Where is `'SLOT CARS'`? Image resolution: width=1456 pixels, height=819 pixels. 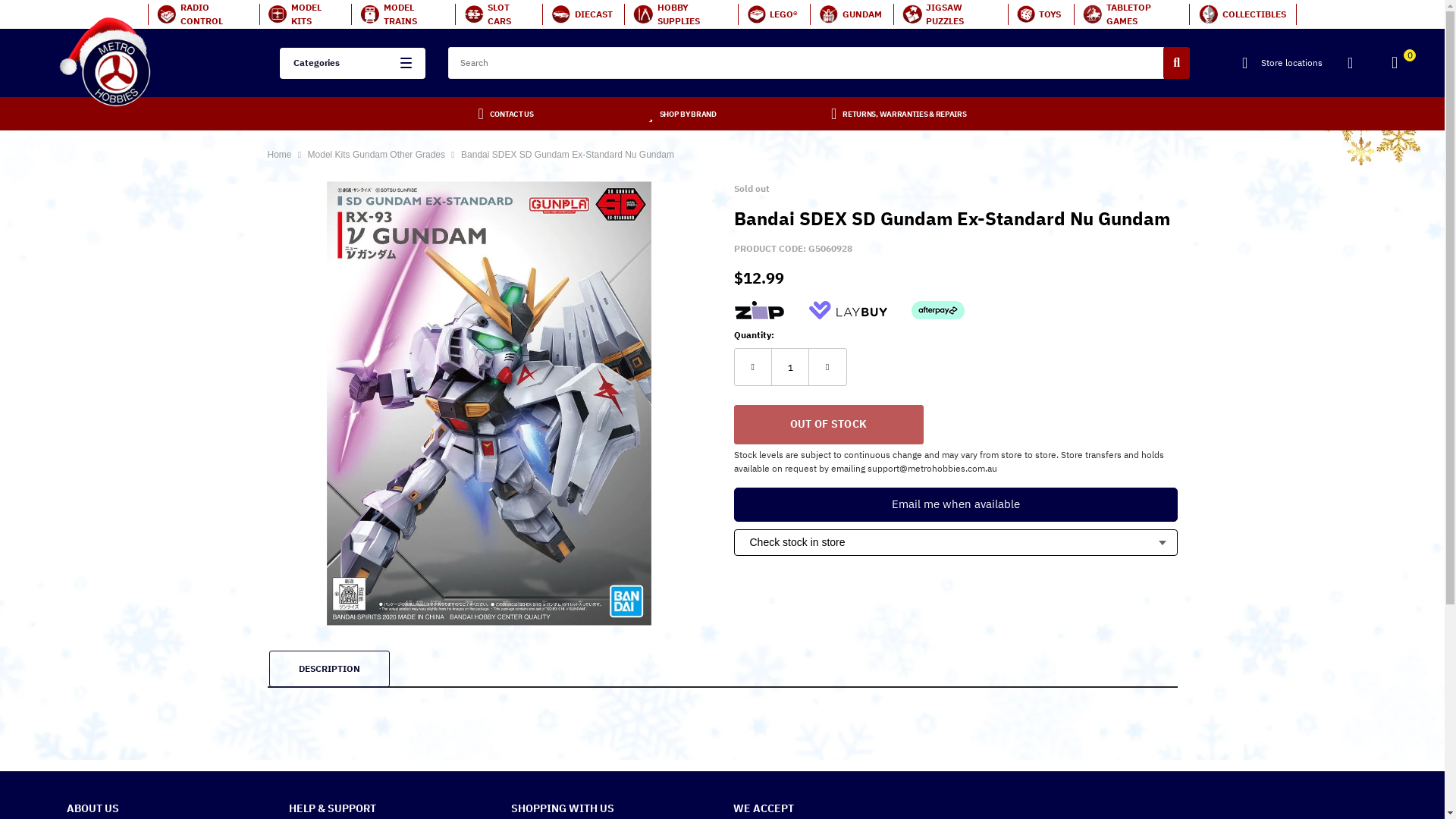 'SLOT CARS' is located at coordinates (498, 14).